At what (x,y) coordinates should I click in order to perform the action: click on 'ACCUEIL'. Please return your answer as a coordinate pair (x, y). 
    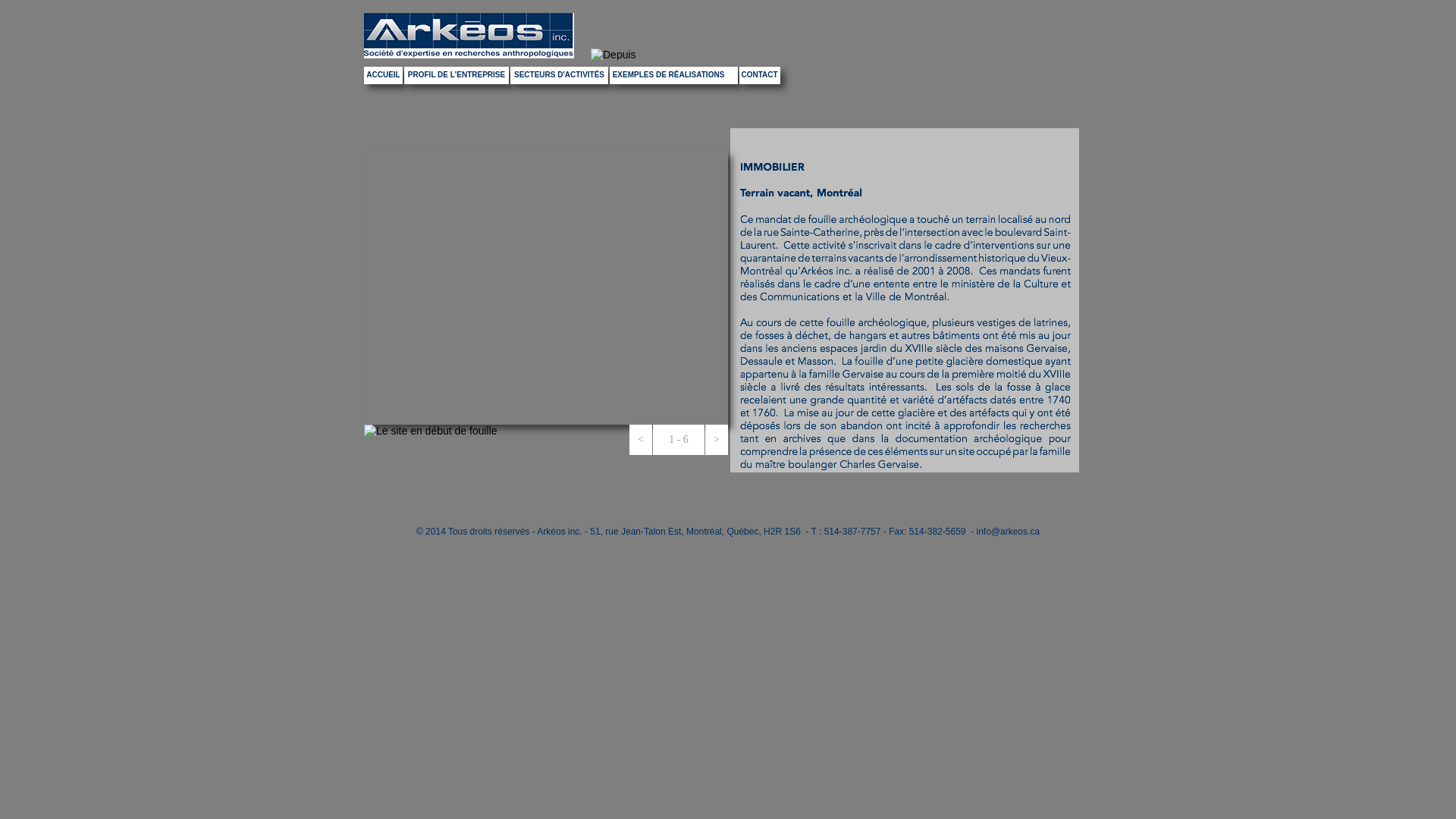
    Looking at the image, I should click on (383, 75).